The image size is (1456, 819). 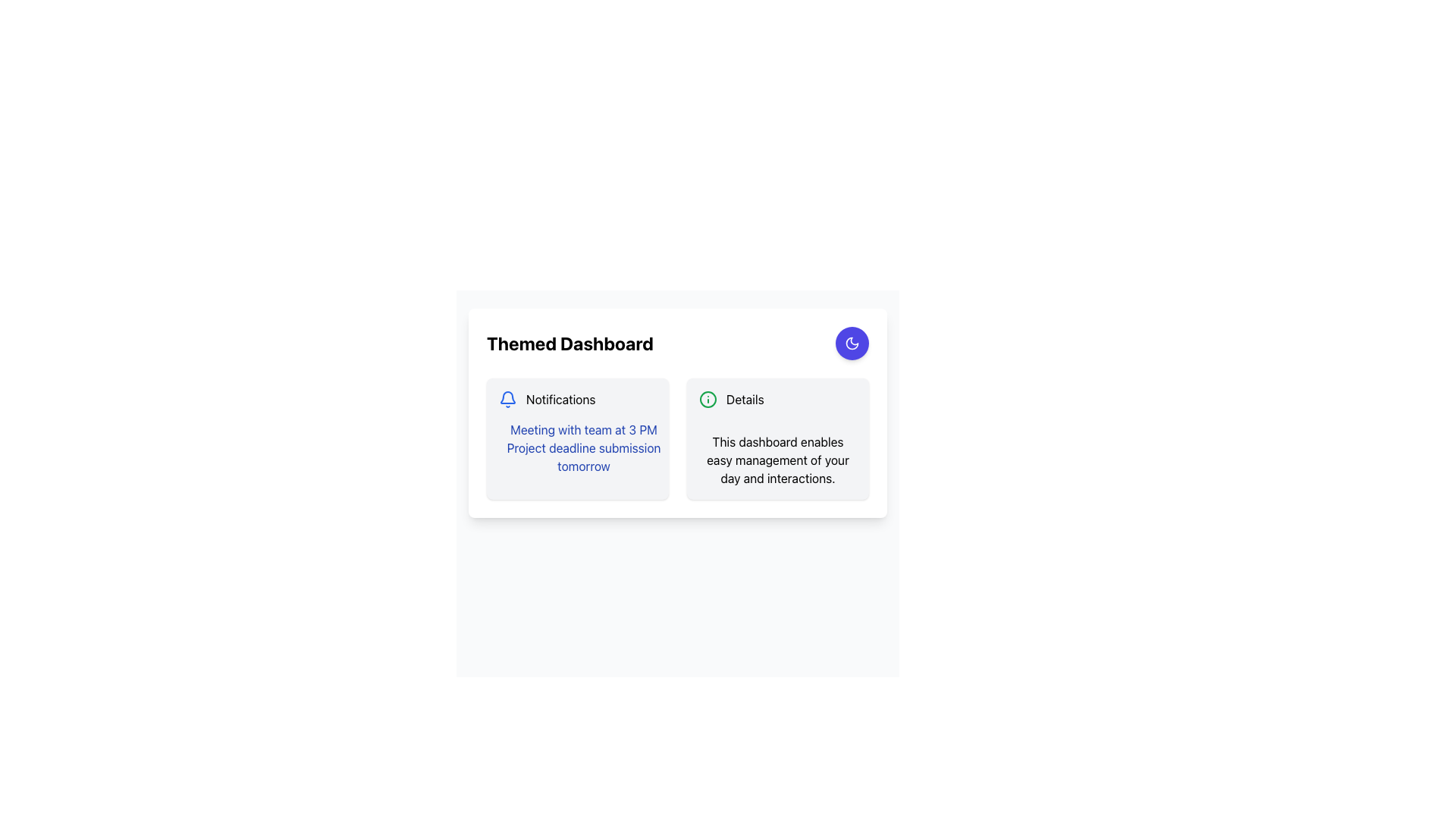 What do you see at coordinates (852, 343) in the screenshot?
I see `the crescent moon icon within the circular button at the top-right corner of the interface` at bounding box center [852, 343].